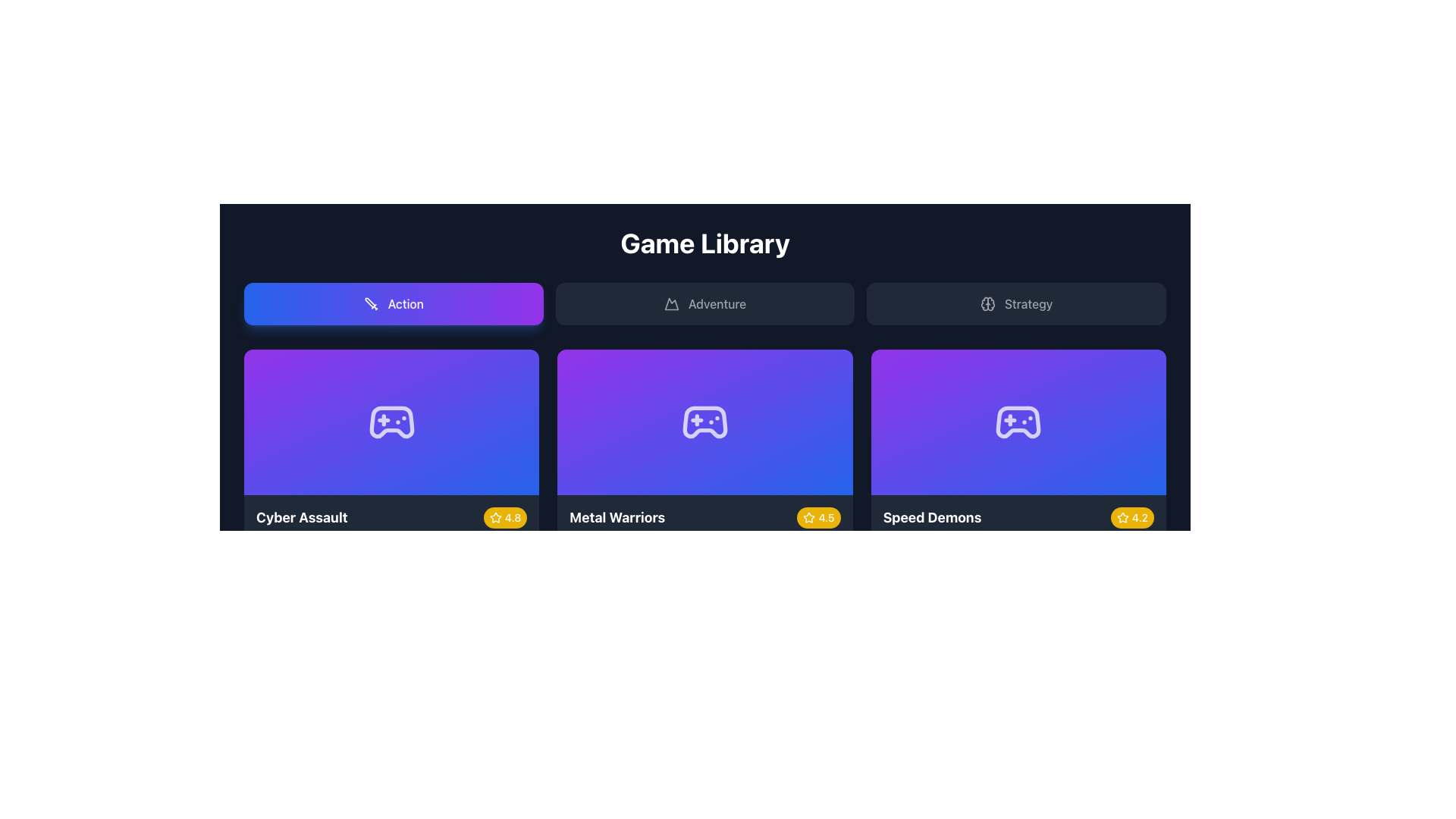  I want to click on the game controller icon located within the third game card on the right side of the grid, which features a D-pad and three circular buttons, positioned under the 'Speed Demons' label, so click(1018, 422).